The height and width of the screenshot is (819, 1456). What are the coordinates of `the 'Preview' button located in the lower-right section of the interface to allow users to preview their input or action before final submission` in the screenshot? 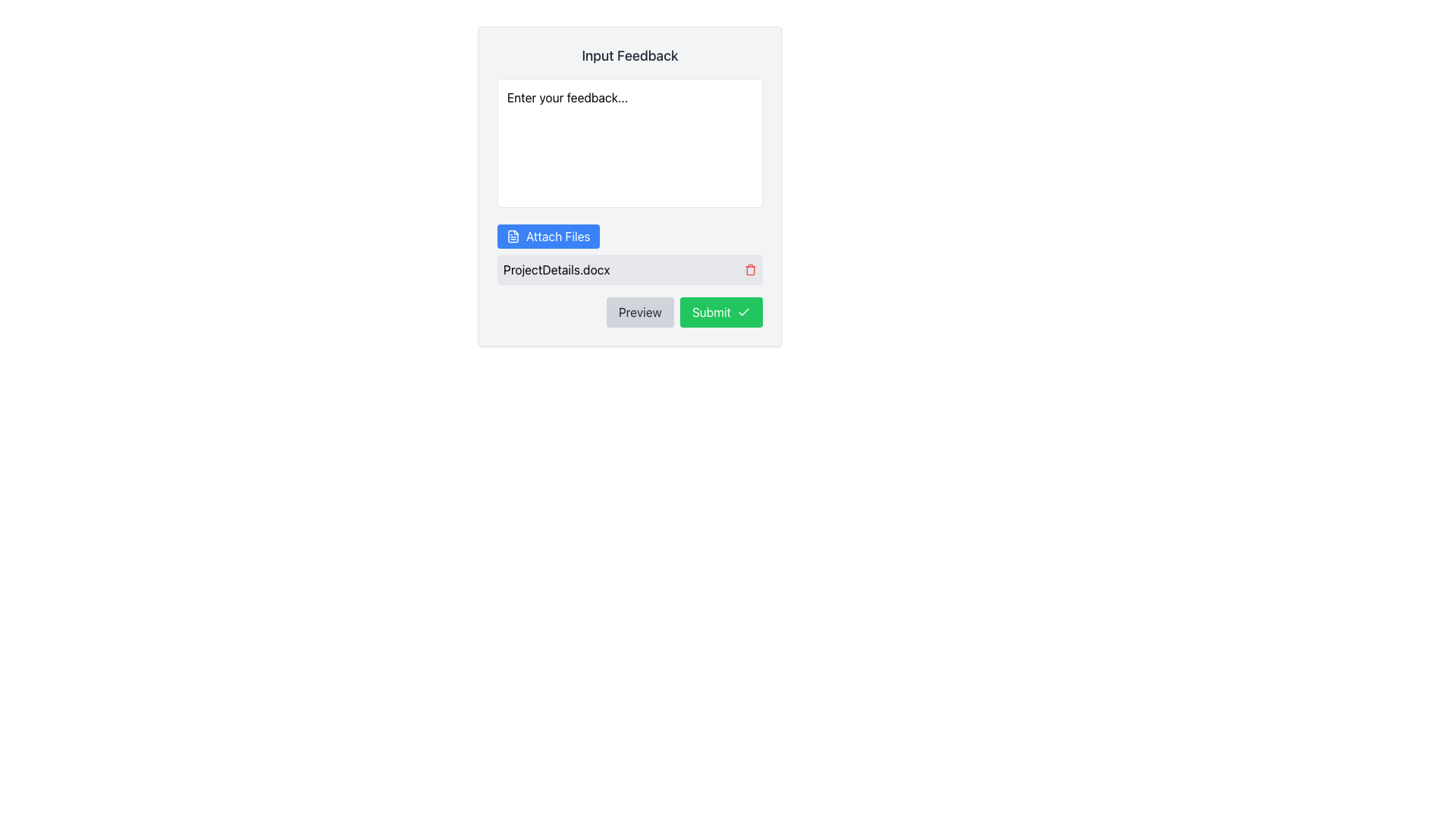 It's located at (640, 312).